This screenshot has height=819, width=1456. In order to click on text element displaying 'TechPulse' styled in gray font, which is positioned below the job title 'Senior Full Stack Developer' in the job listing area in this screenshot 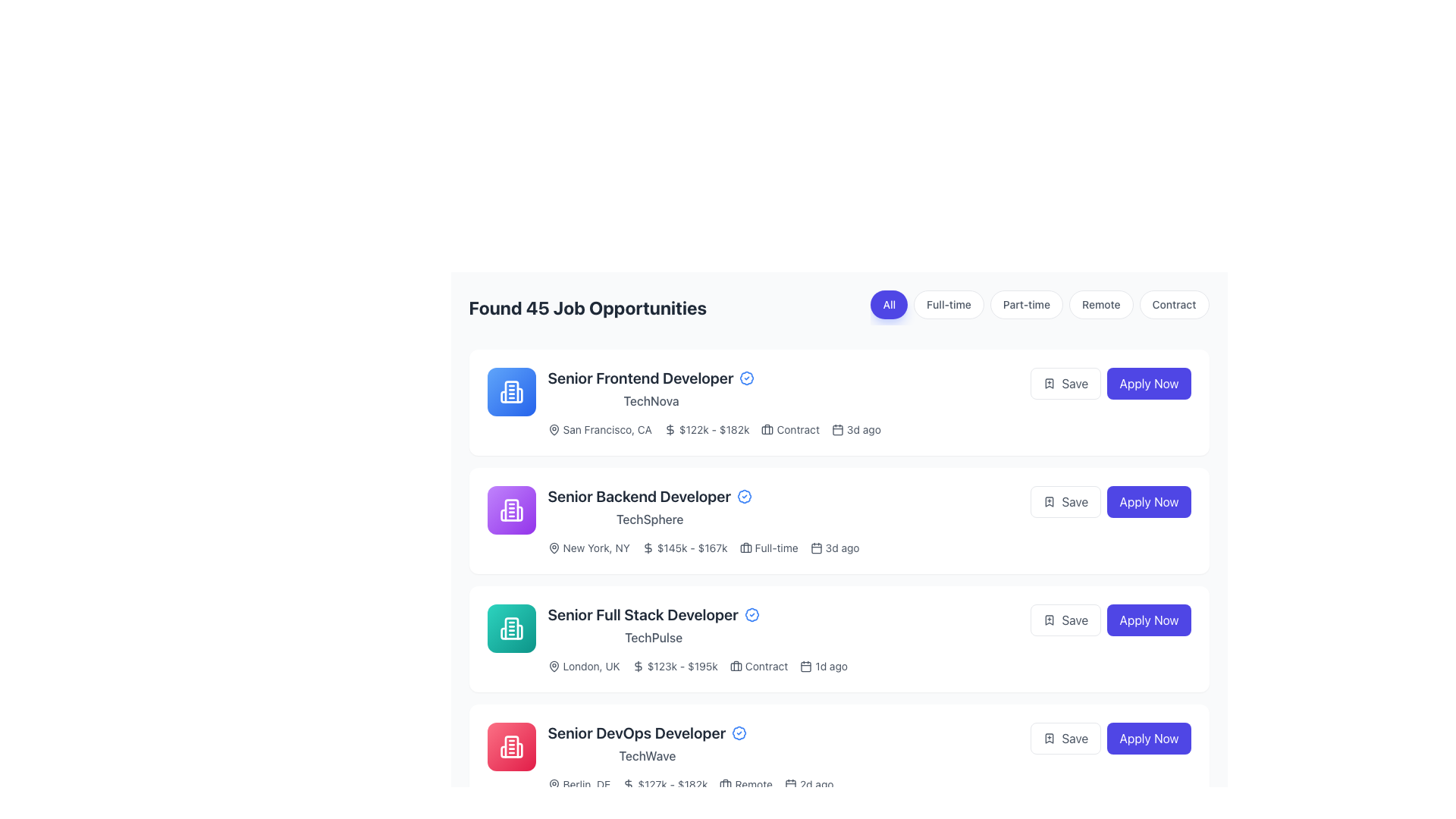, I will do `click(654, 637)`.